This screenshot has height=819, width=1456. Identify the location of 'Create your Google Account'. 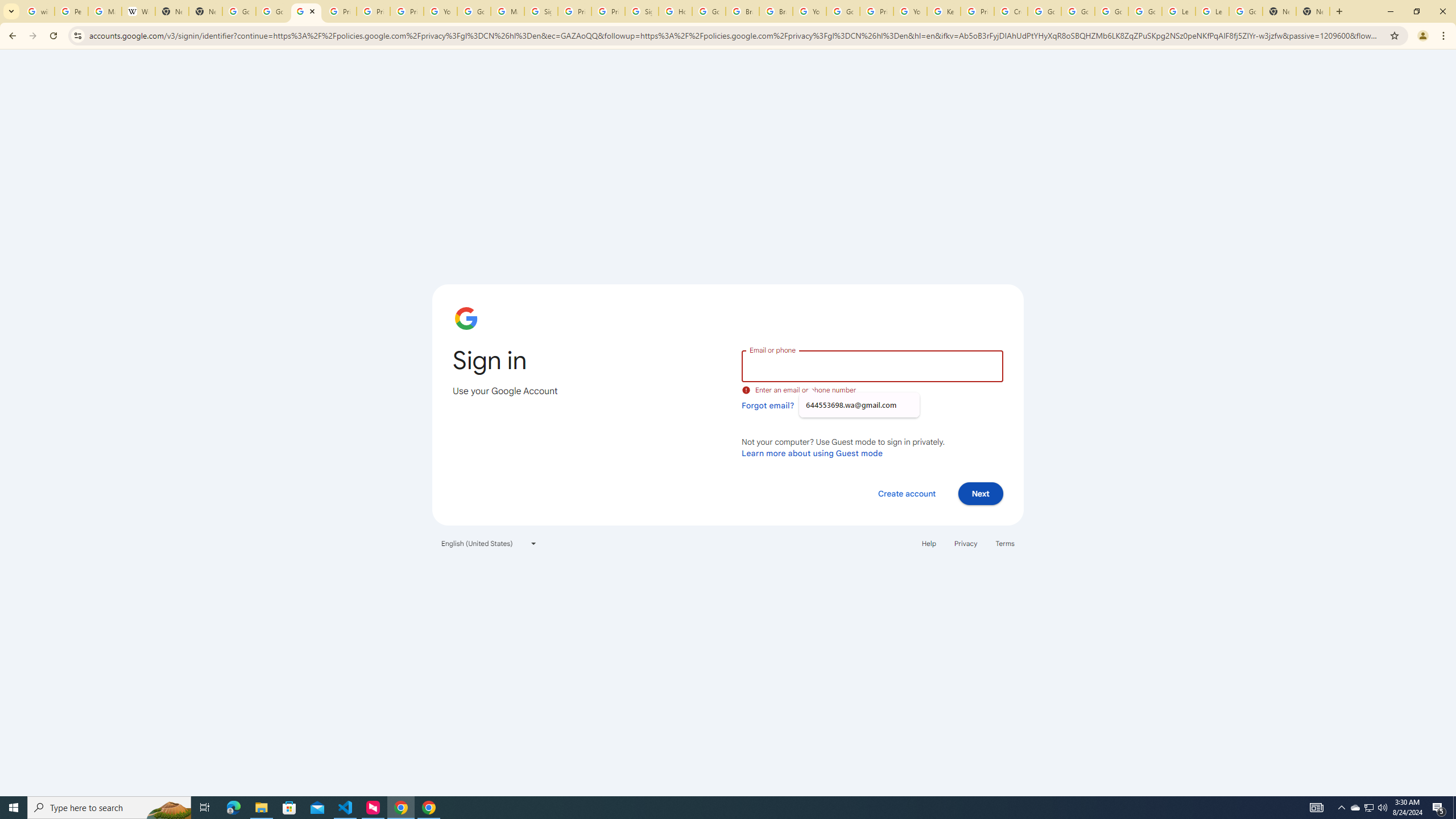
(1010, 11).